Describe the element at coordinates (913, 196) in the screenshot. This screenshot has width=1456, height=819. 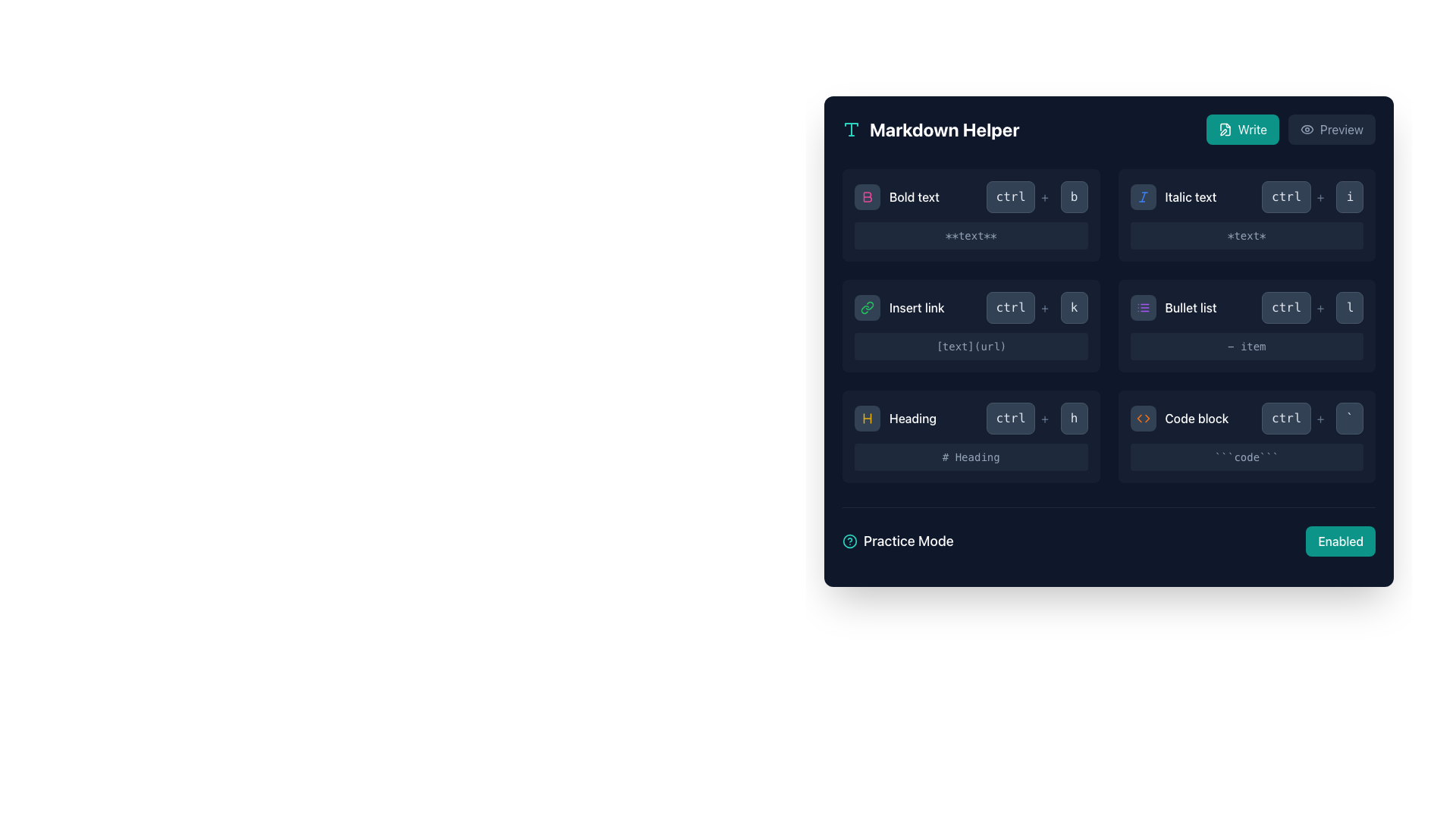
I see `the static text label displaying 'Bold text' located in the top-left section of the 'Markdown Helper' panel, adjacent to the bold text button` at that location.